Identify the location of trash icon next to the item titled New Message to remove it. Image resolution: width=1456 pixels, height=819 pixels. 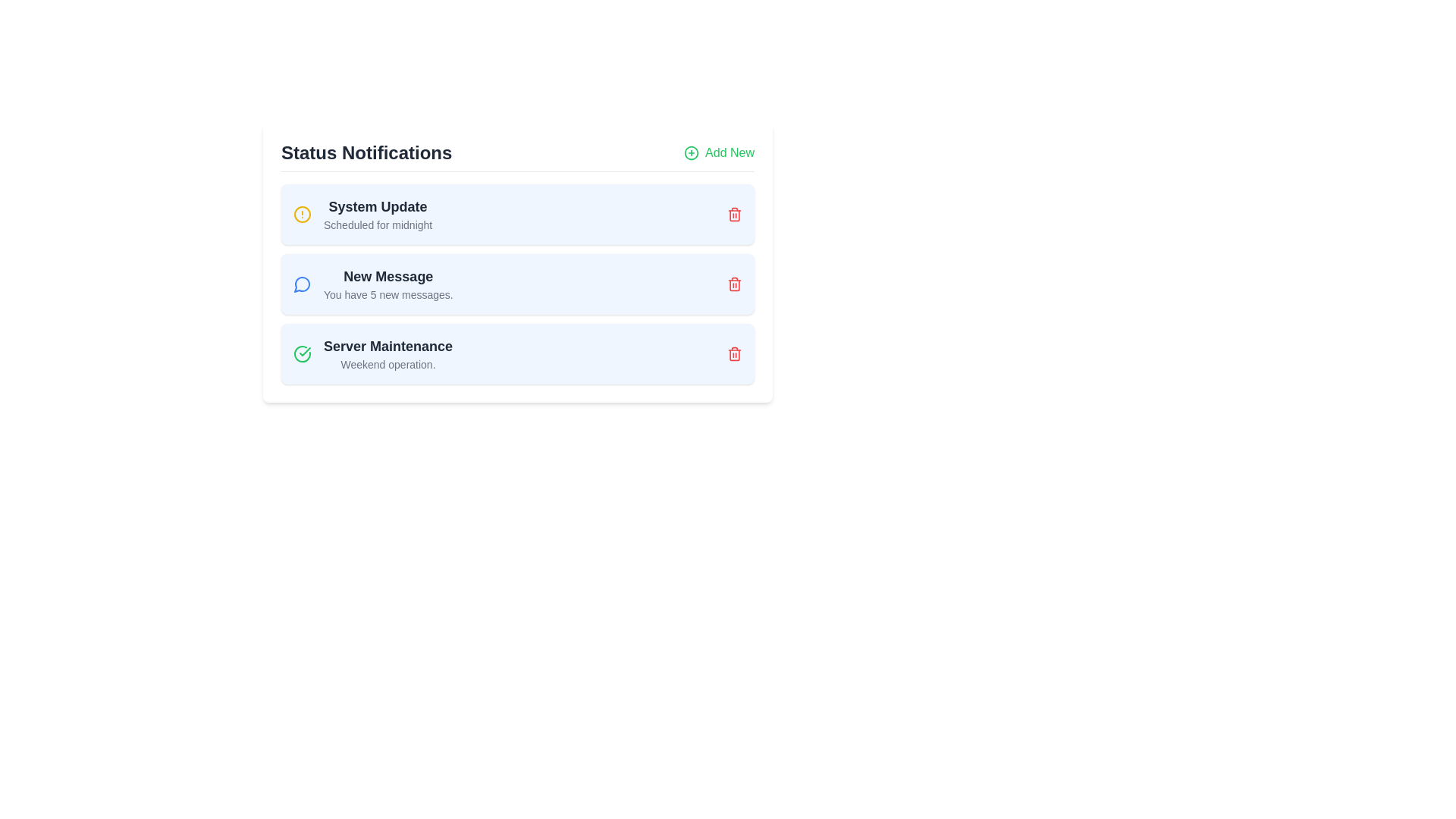
(735, 284).